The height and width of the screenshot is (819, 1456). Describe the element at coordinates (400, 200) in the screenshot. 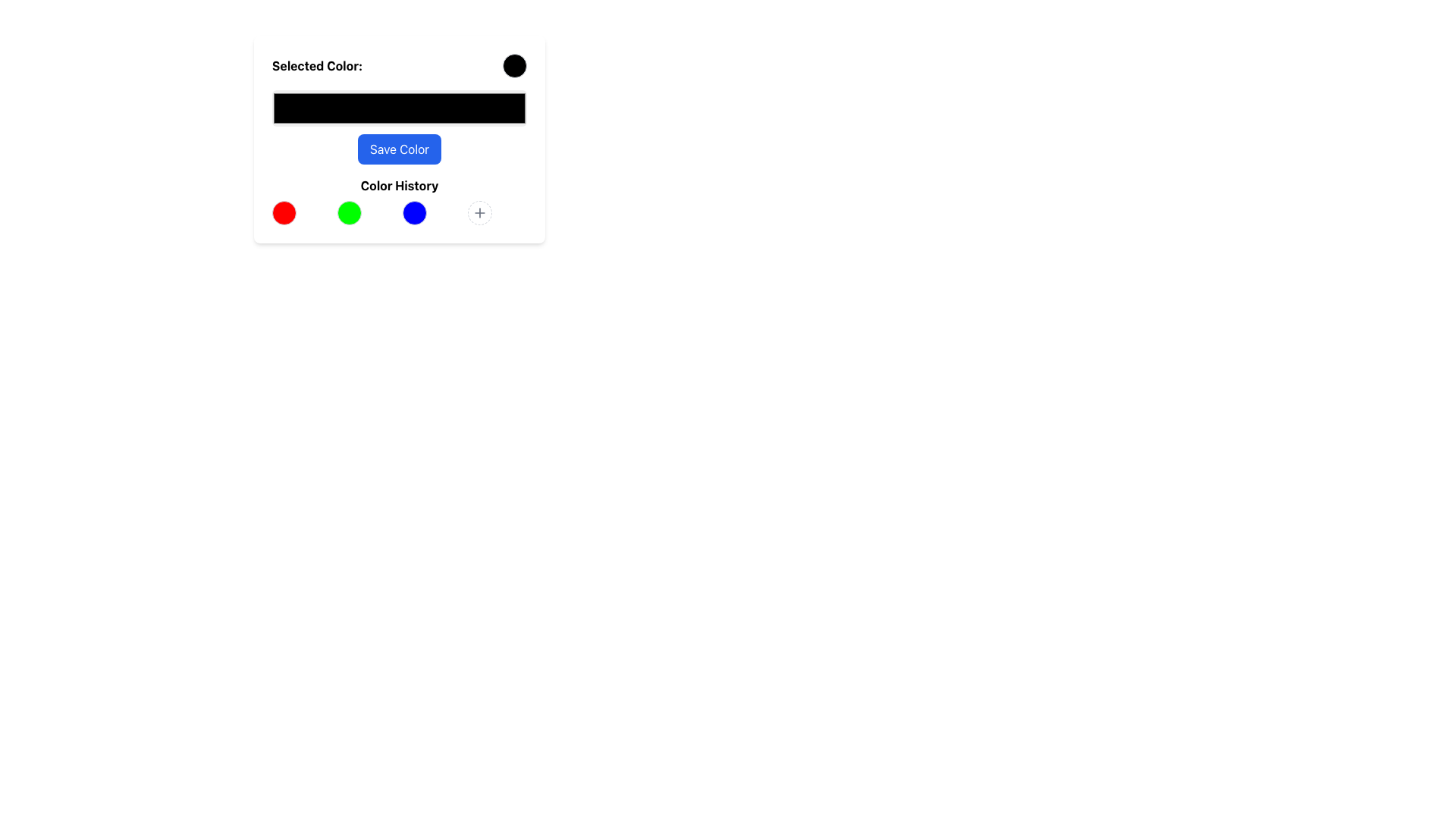

I see `the Text label that represents the heading for the color selection history section, located above the color options` at that location.